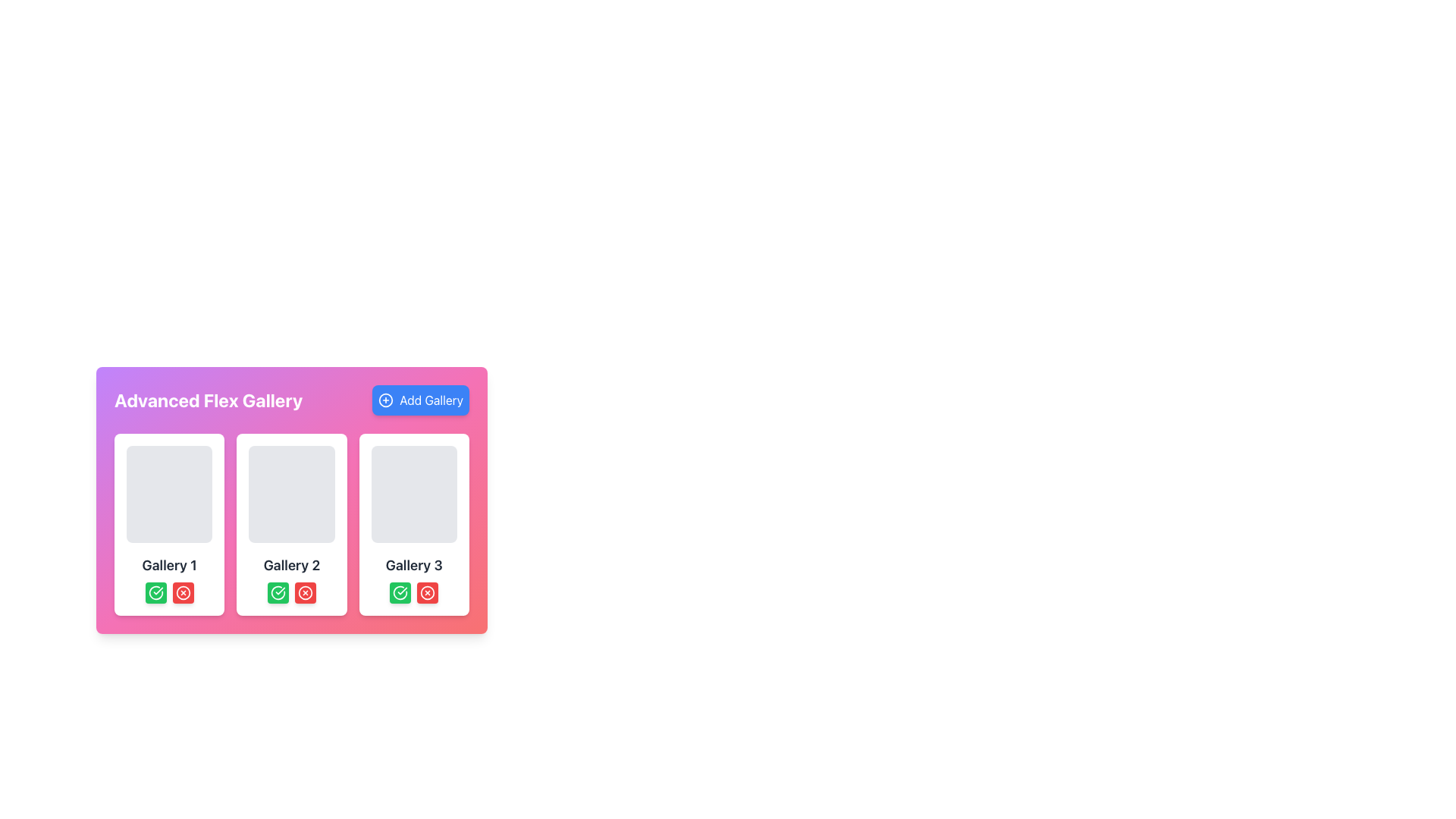 This screenshot has width=1456, height=819. Describe the element at coordinates (305, 592) in the screenshot. I see `the red dismissive button with an 'X' icon located to the right of the green 'check' button, directly underneath the 'Gallery 2' image box` at that location.